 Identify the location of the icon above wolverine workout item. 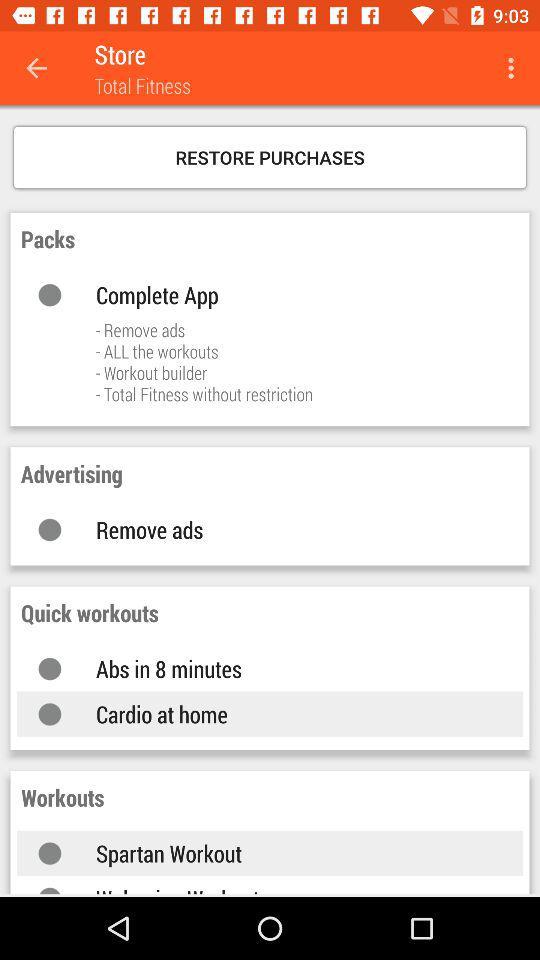
(288, 852).